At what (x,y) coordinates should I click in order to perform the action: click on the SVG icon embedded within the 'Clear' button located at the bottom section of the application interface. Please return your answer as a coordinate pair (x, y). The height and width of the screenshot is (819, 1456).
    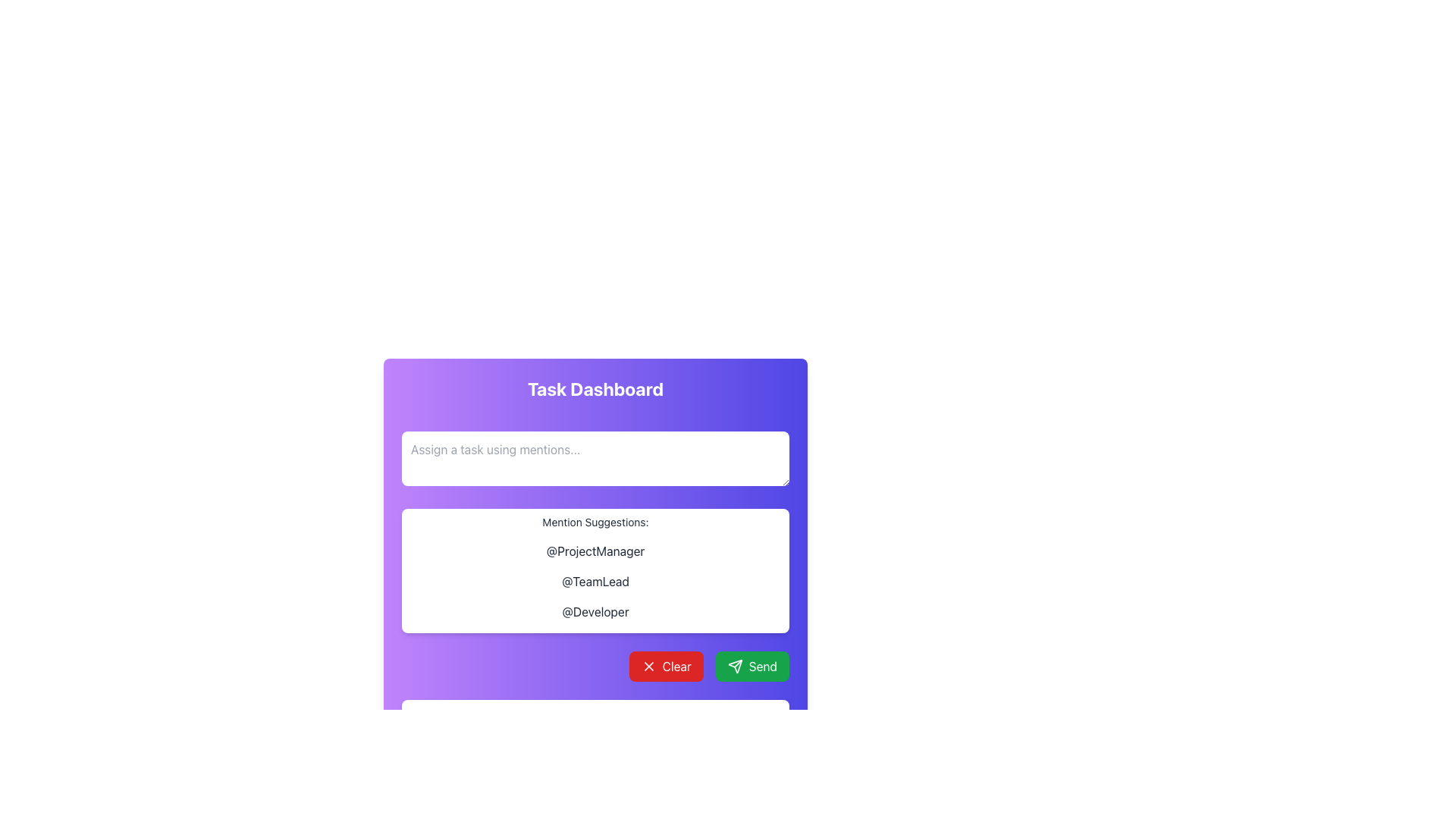
    Looking at the image, I should click on (648, 666).